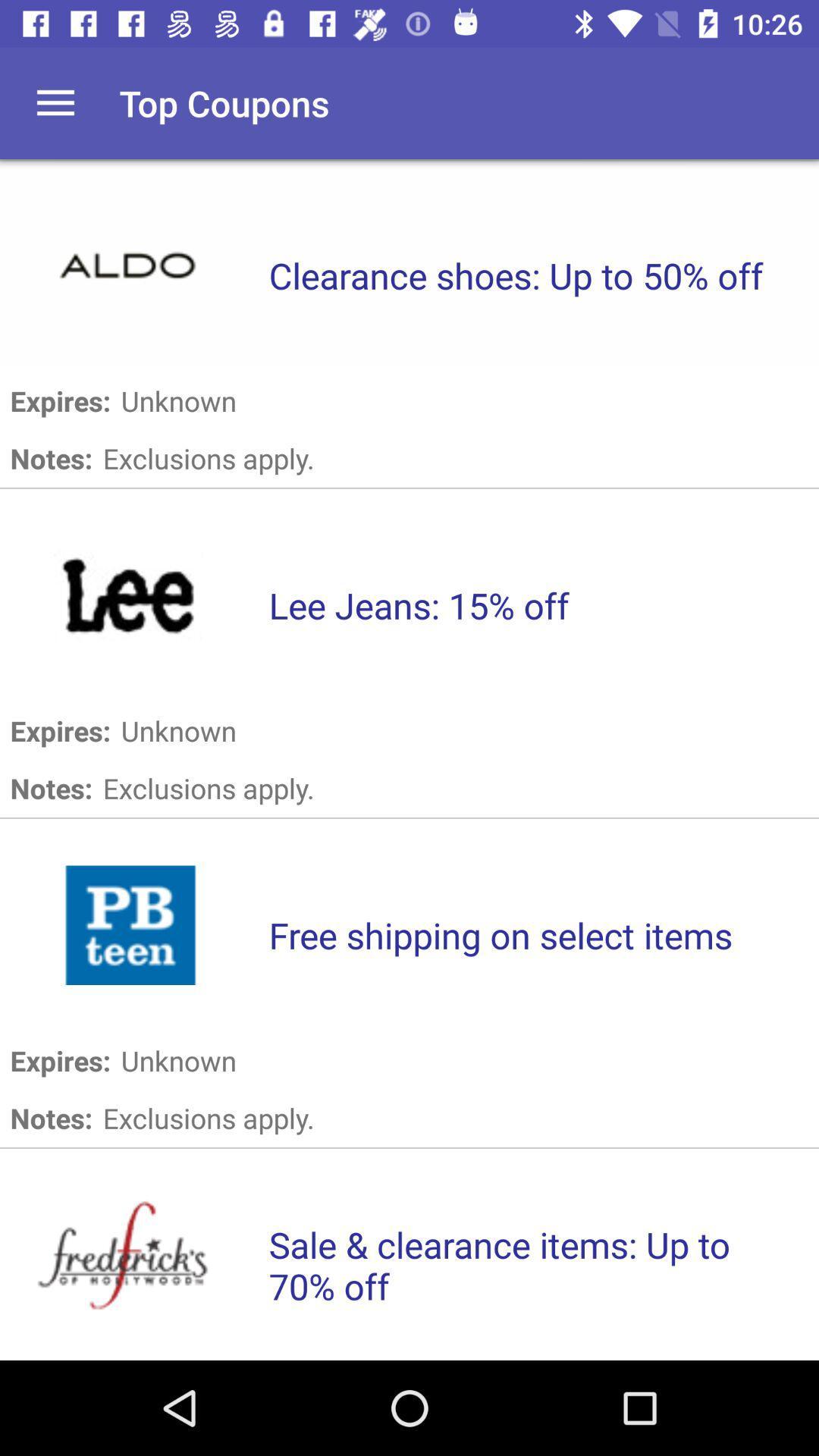  What do you see at coordinates (55, 102) in the screenshot?
I see `open main menu` at bounding box center [55, 102].